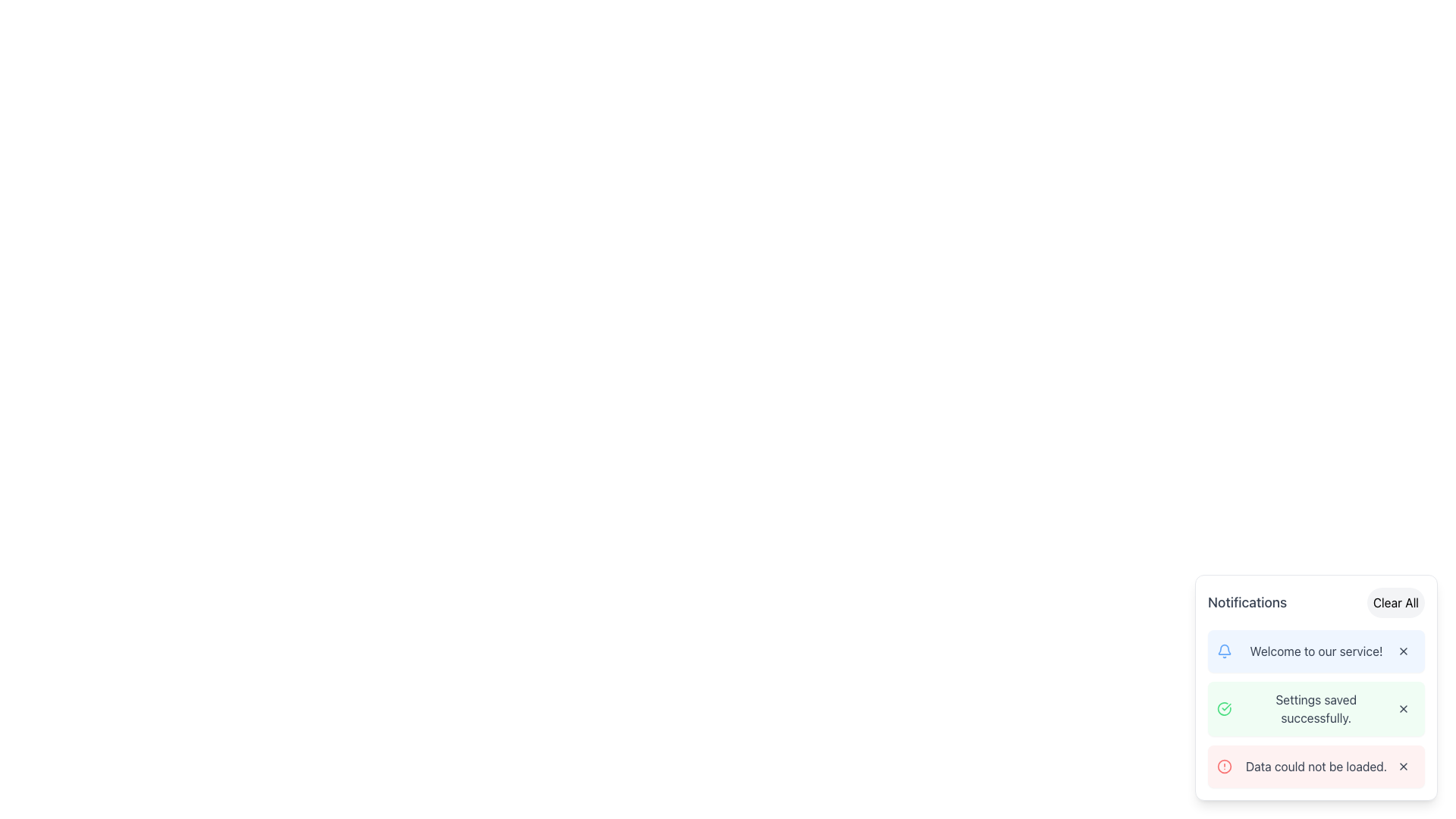 The width and height of the screenshot is (1456, 819). Describe the element at coordinates (1224, 766) in the screenshot. I see `the significance of the red circular icon warning sign located to the left of the notification stating 'Data could not be loaded.'` at that location.